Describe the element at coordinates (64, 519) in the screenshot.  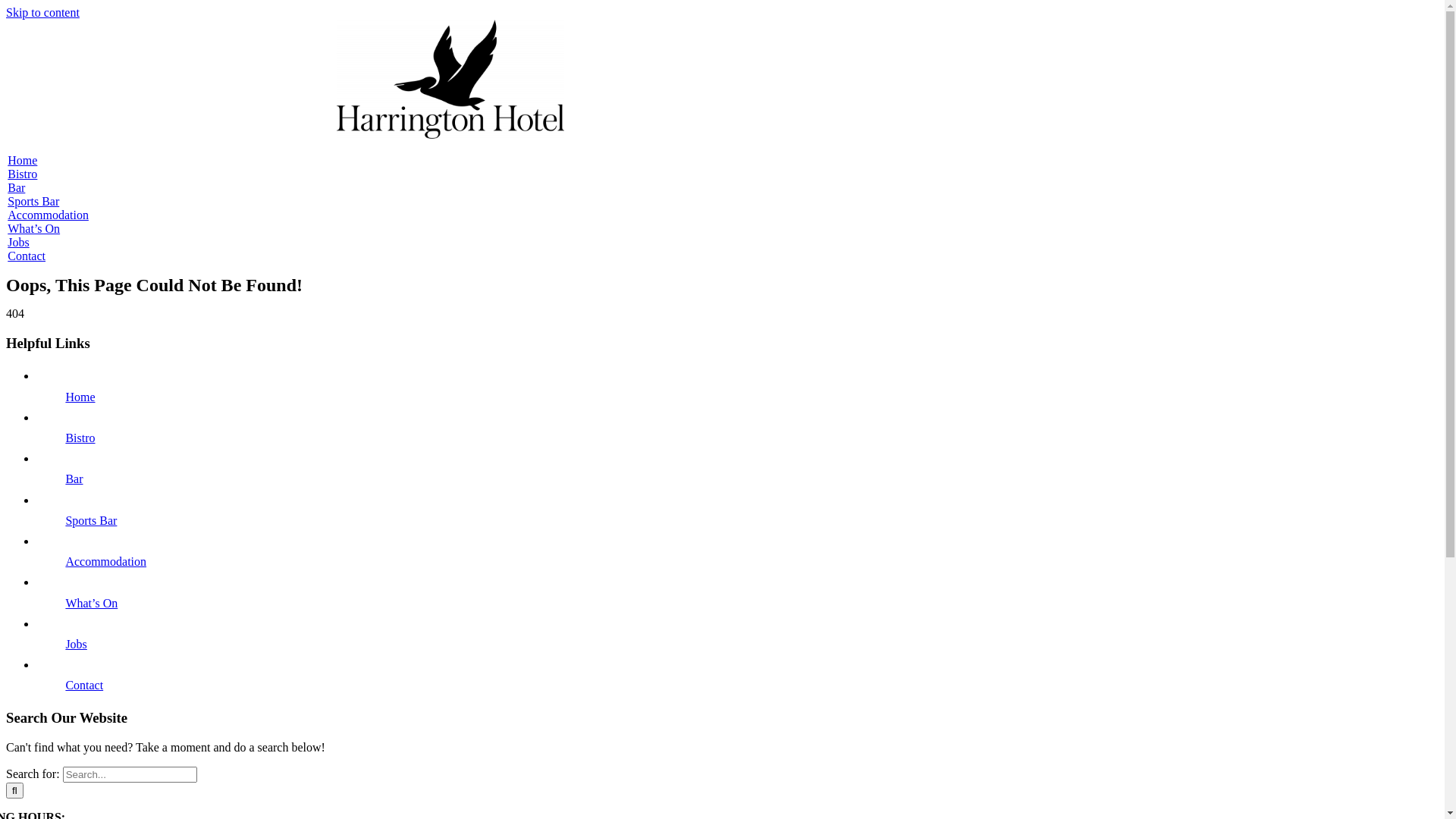
I see `'Sports Bar'` at that location.